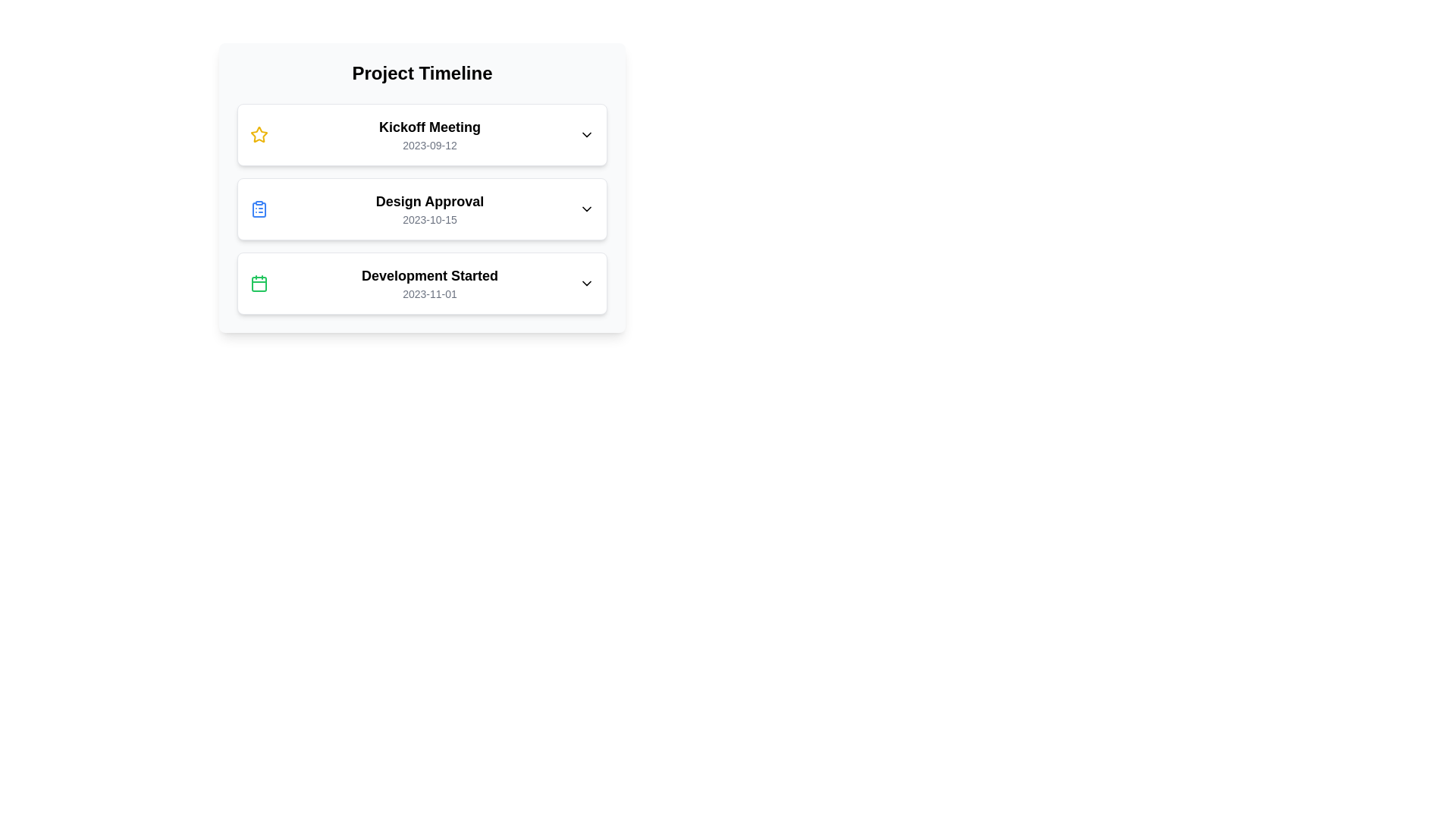  What do you see at coordinates (422, 209) in the screenshot?
I see `the second item in the project timeline list` at bounding box center [422, 209].